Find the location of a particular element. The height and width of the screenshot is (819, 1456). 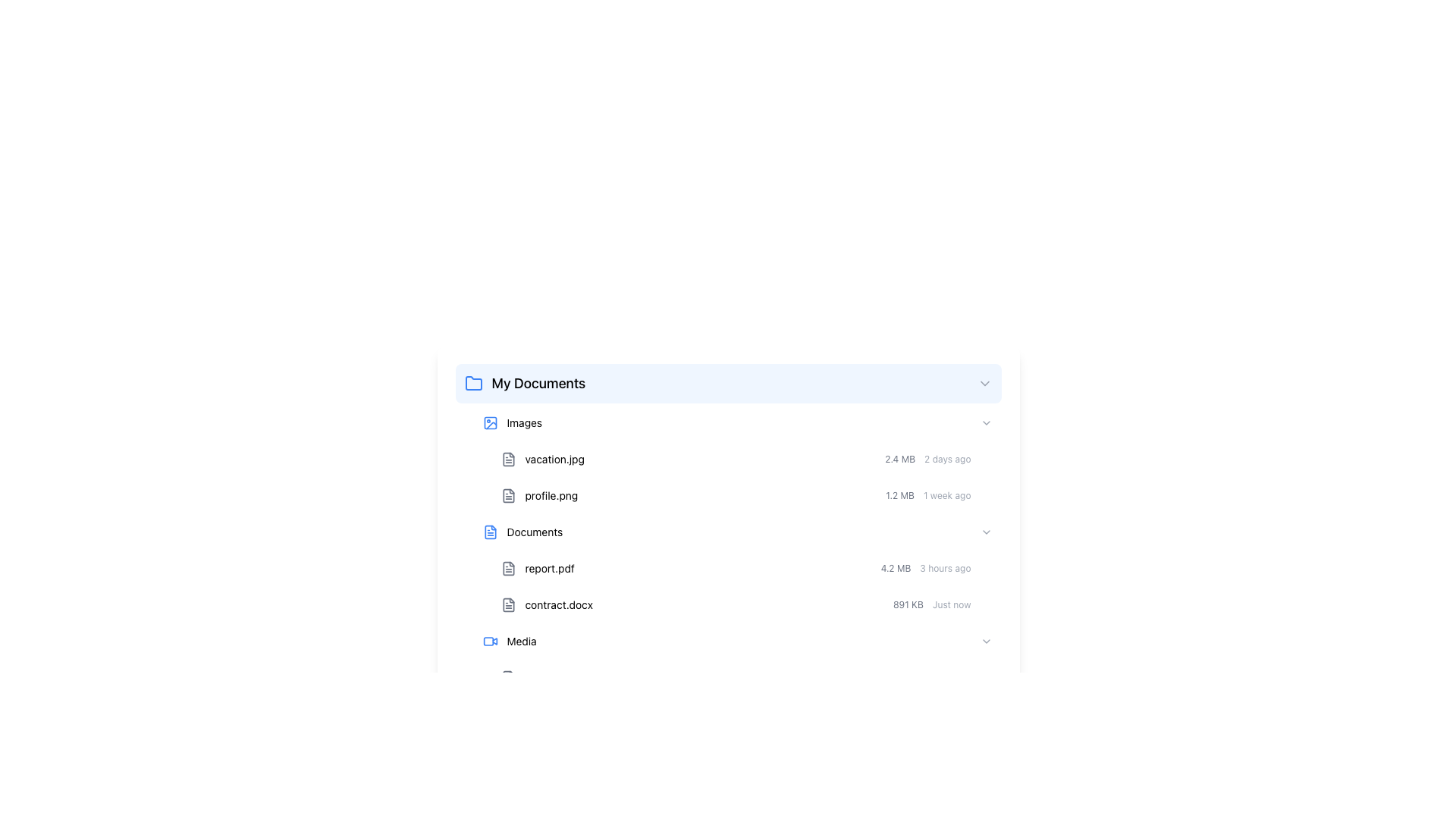

the label displaying '3 hours ago' in a diminutive gray font, which is located to the right of the file size '4.2 MB' in the file metadata row is located at coordinates (944, 568).